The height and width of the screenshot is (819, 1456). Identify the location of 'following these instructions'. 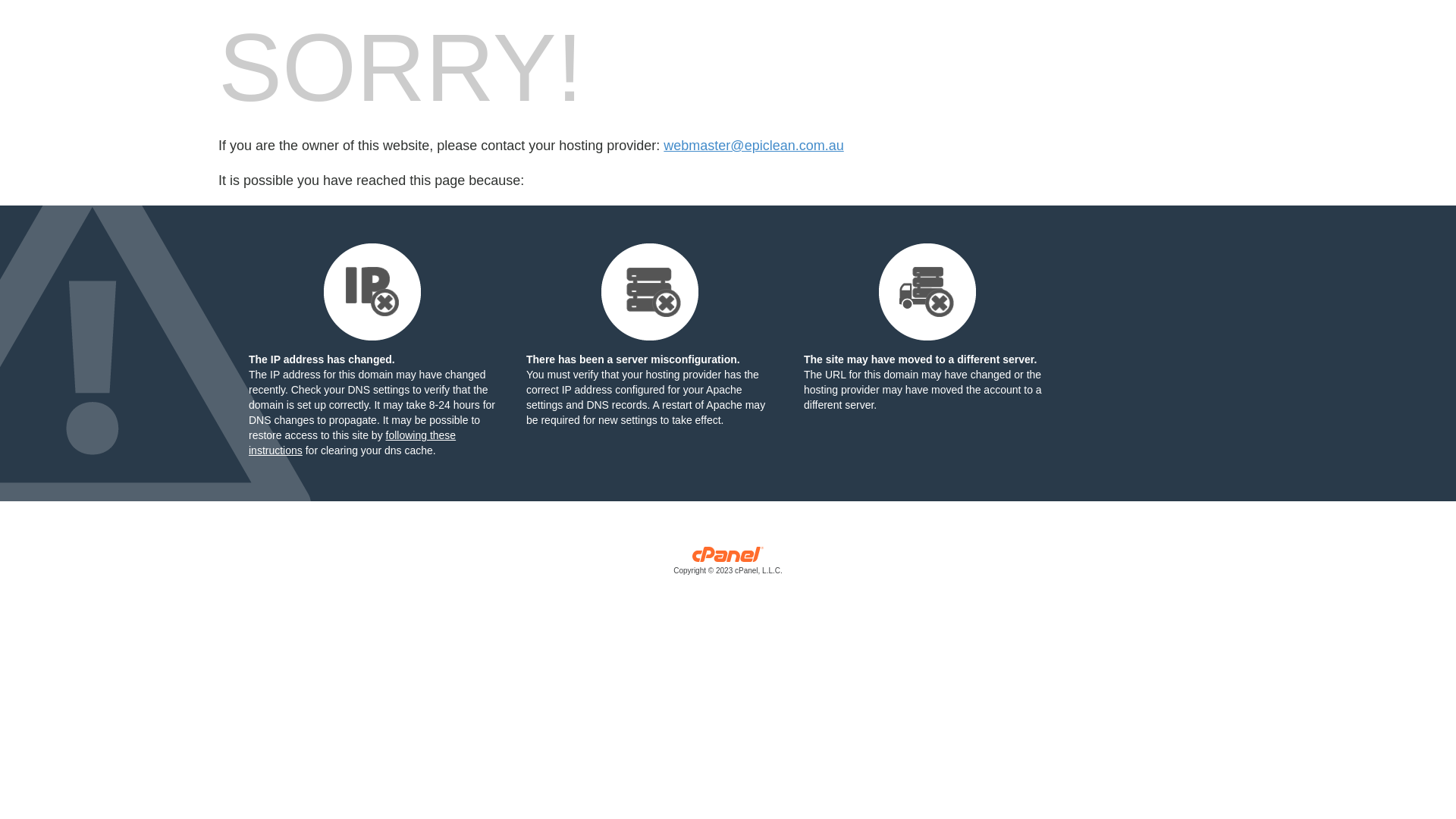
(351, 442).